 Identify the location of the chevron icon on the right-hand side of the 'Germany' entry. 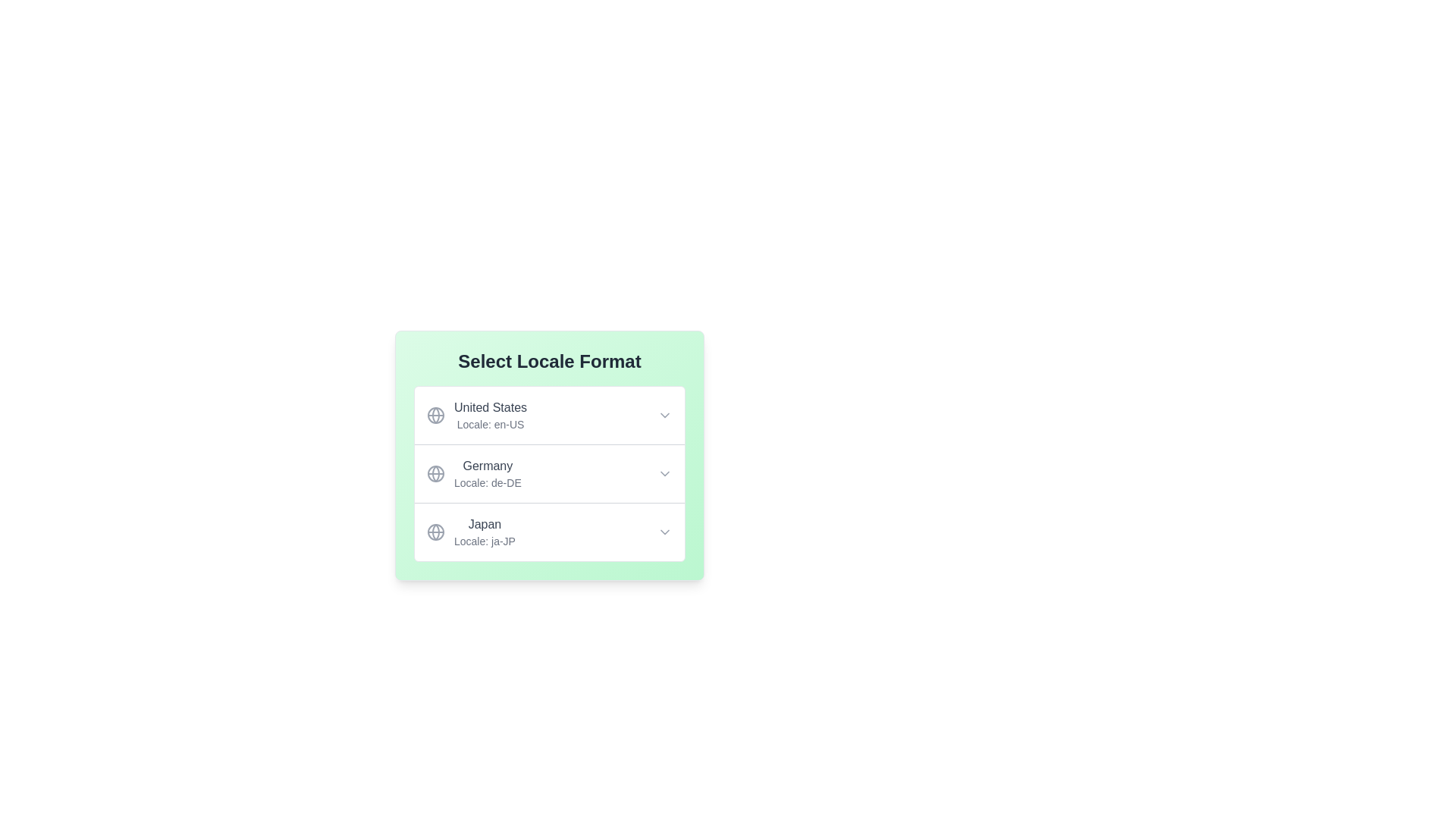
(665, 472).